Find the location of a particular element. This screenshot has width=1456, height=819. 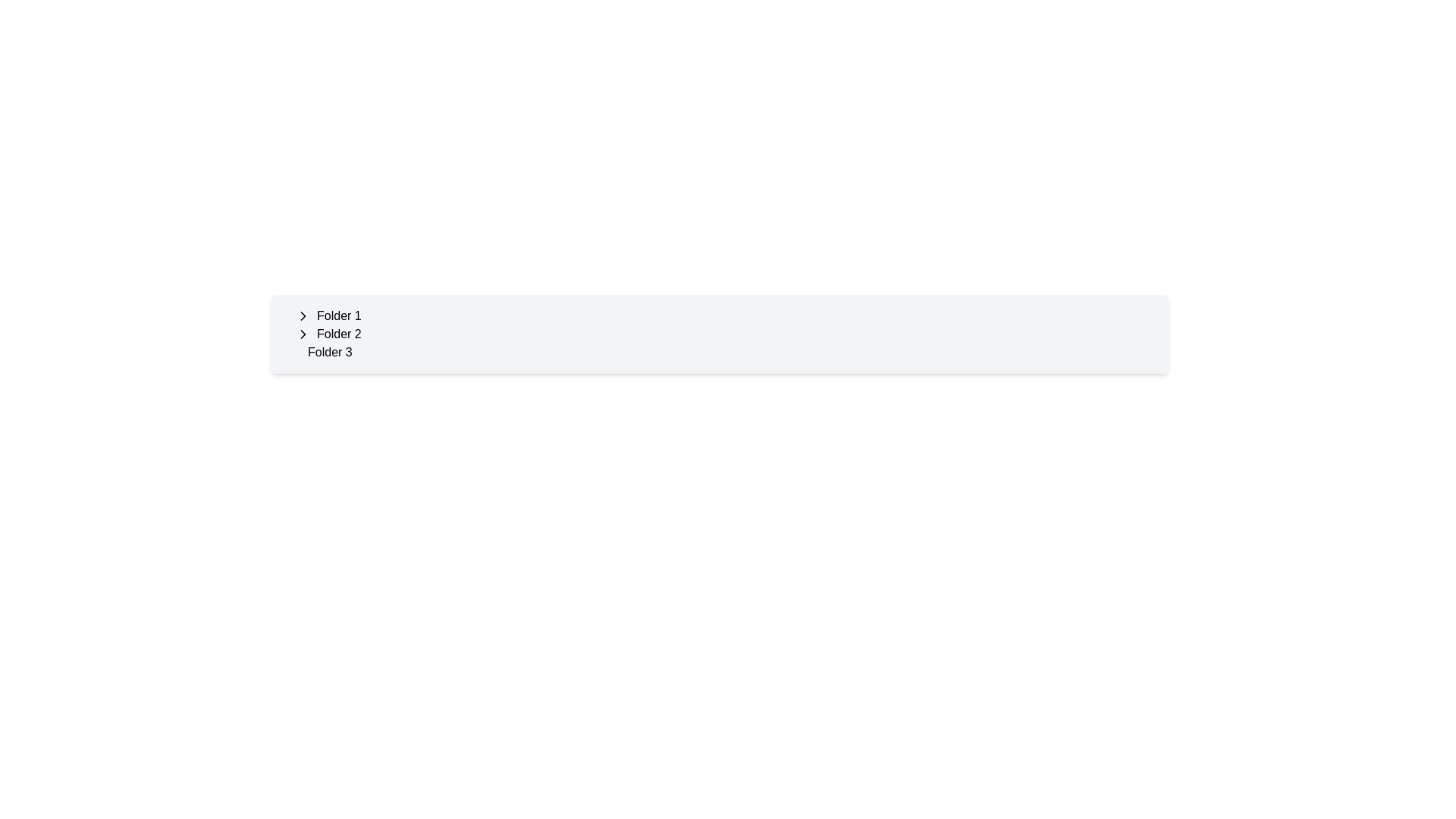

the right-facing chevron icon located to the left of the text 'Folder 1' is located at coordinates (303, 315).